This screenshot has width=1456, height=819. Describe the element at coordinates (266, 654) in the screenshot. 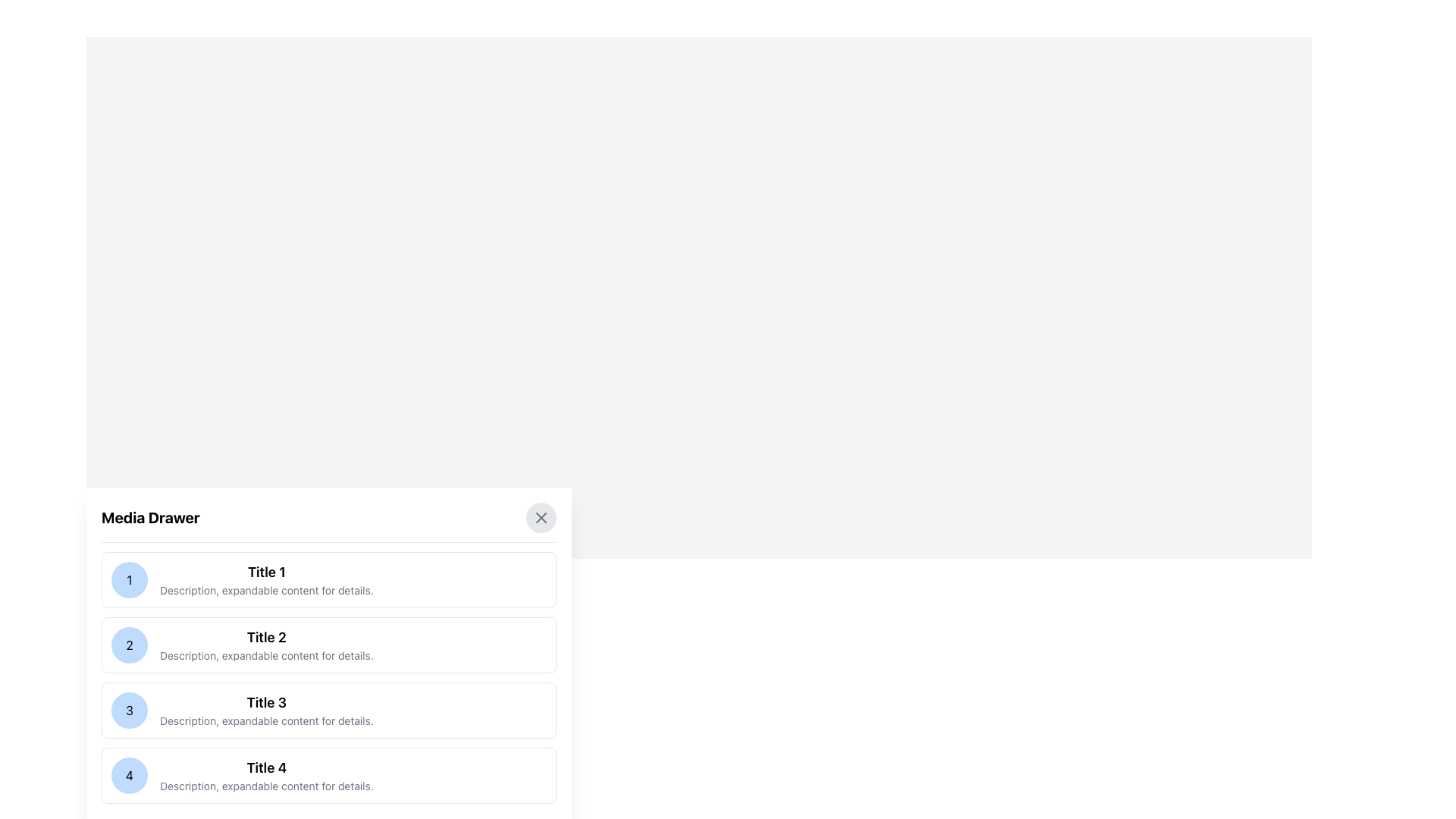

I see `the static text content located below the main title in the 'Title 2' section, which is styled with gray color and smaller font size, as the second line in a vertically stacked list` at that location.